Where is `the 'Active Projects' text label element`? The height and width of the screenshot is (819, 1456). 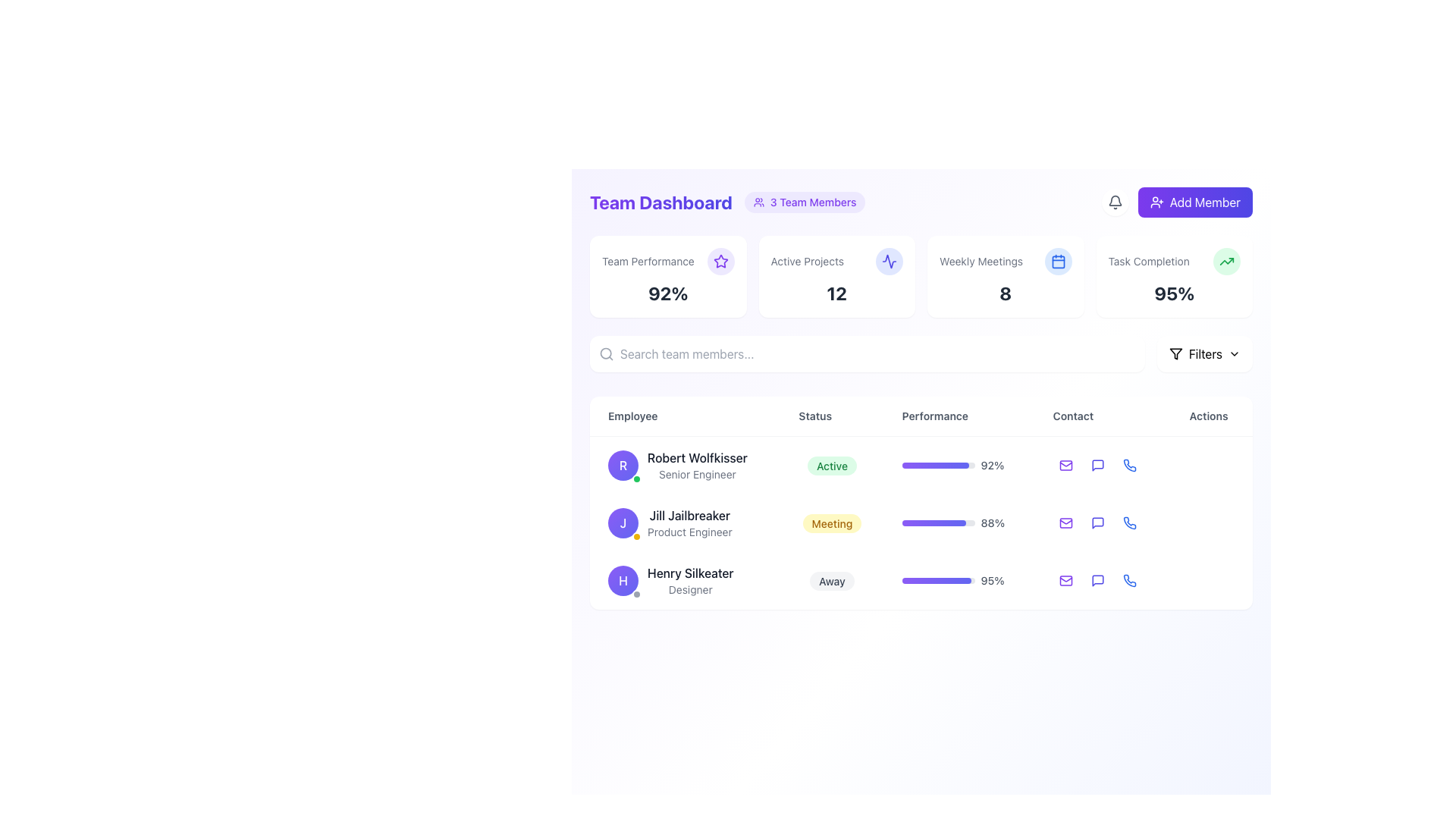
the 'Active Projects' text label element is located at coordinates (836, 260).